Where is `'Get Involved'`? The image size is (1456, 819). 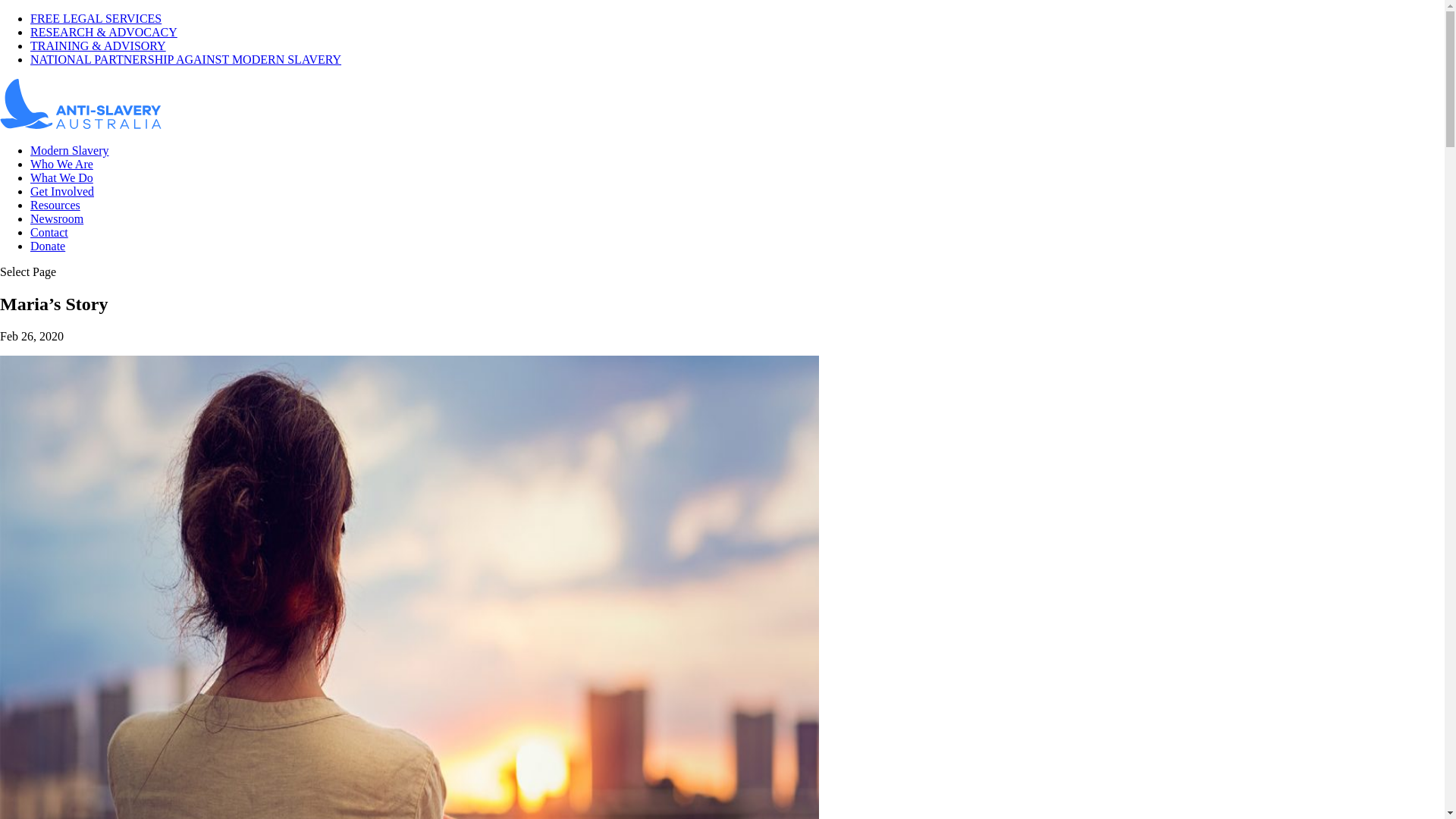 'Get Involved' is located at coordinates (61, 190).